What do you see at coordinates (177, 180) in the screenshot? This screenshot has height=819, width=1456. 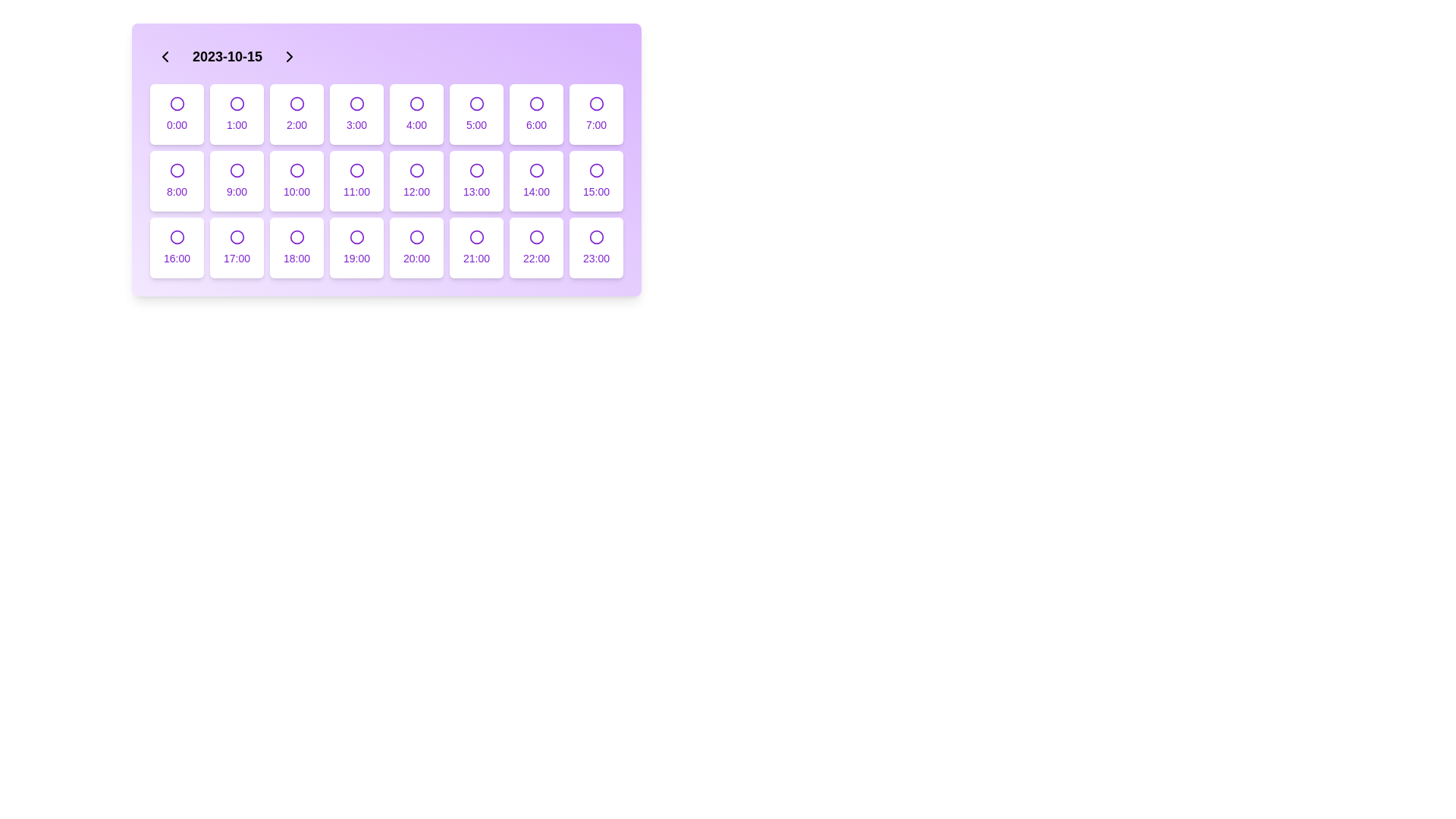 I see `the button displaying '8:00' with a white background and purple text` at bounding box center [177, 180].